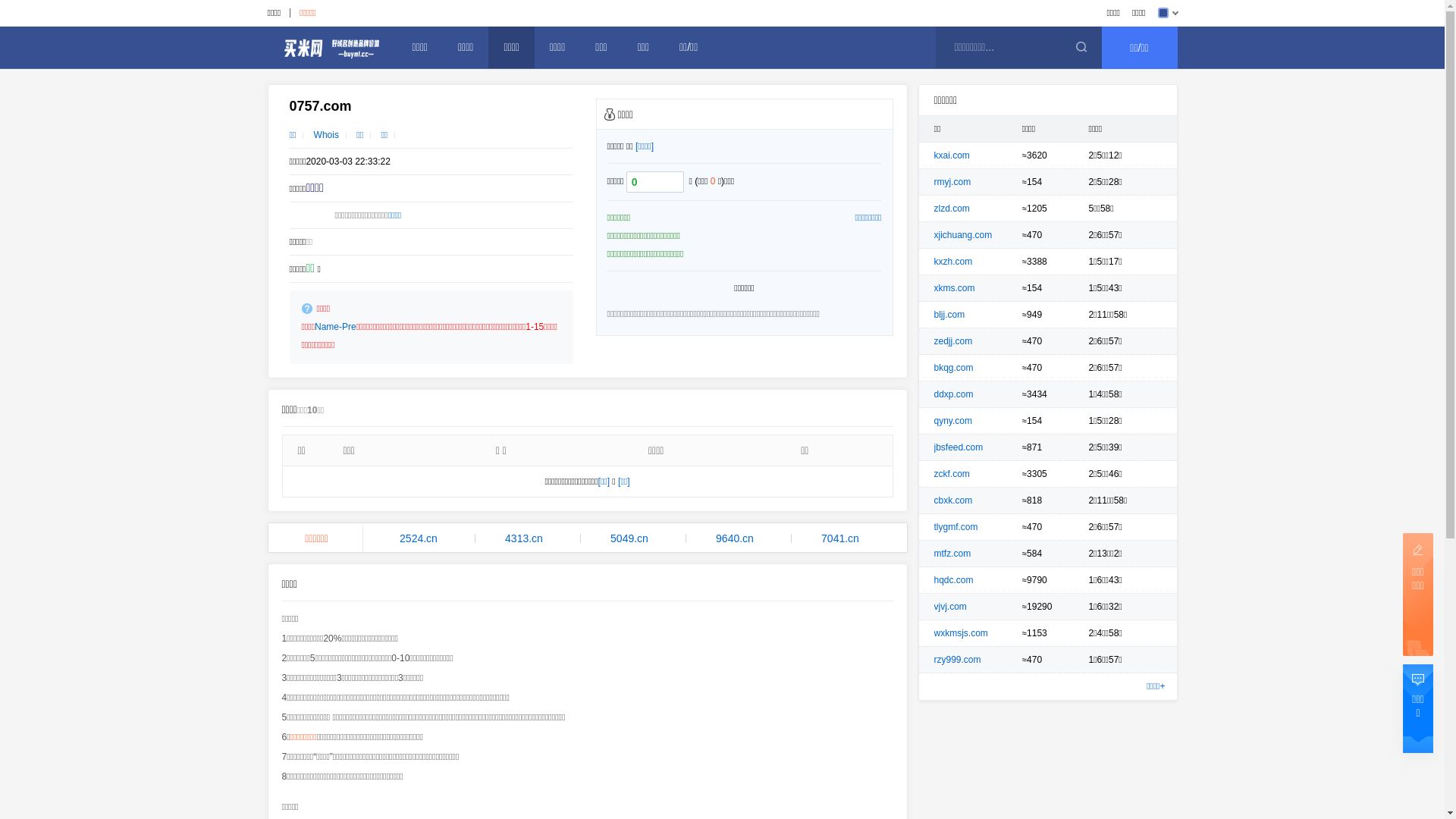 This screenshot has width=1456, height=819. I want to click on 'Name-Pre', so click(334, 326).